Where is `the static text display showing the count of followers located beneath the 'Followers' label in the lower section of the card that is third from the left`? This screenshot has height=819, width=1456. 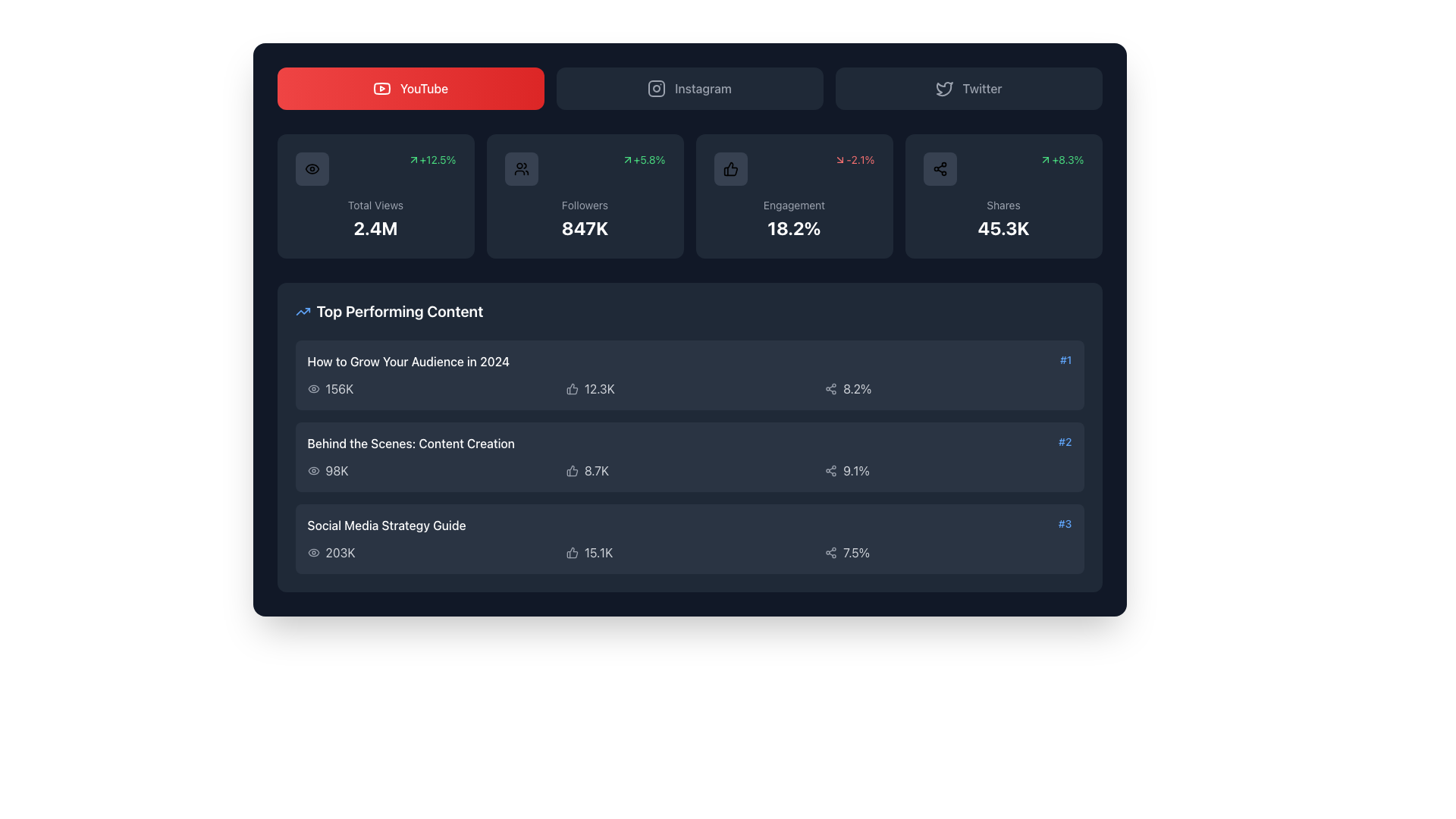
the static text display showing the count of followers located beneath the 'Followers' label in the lower section of the card that is third from the left is located at coordinates (584, 227).